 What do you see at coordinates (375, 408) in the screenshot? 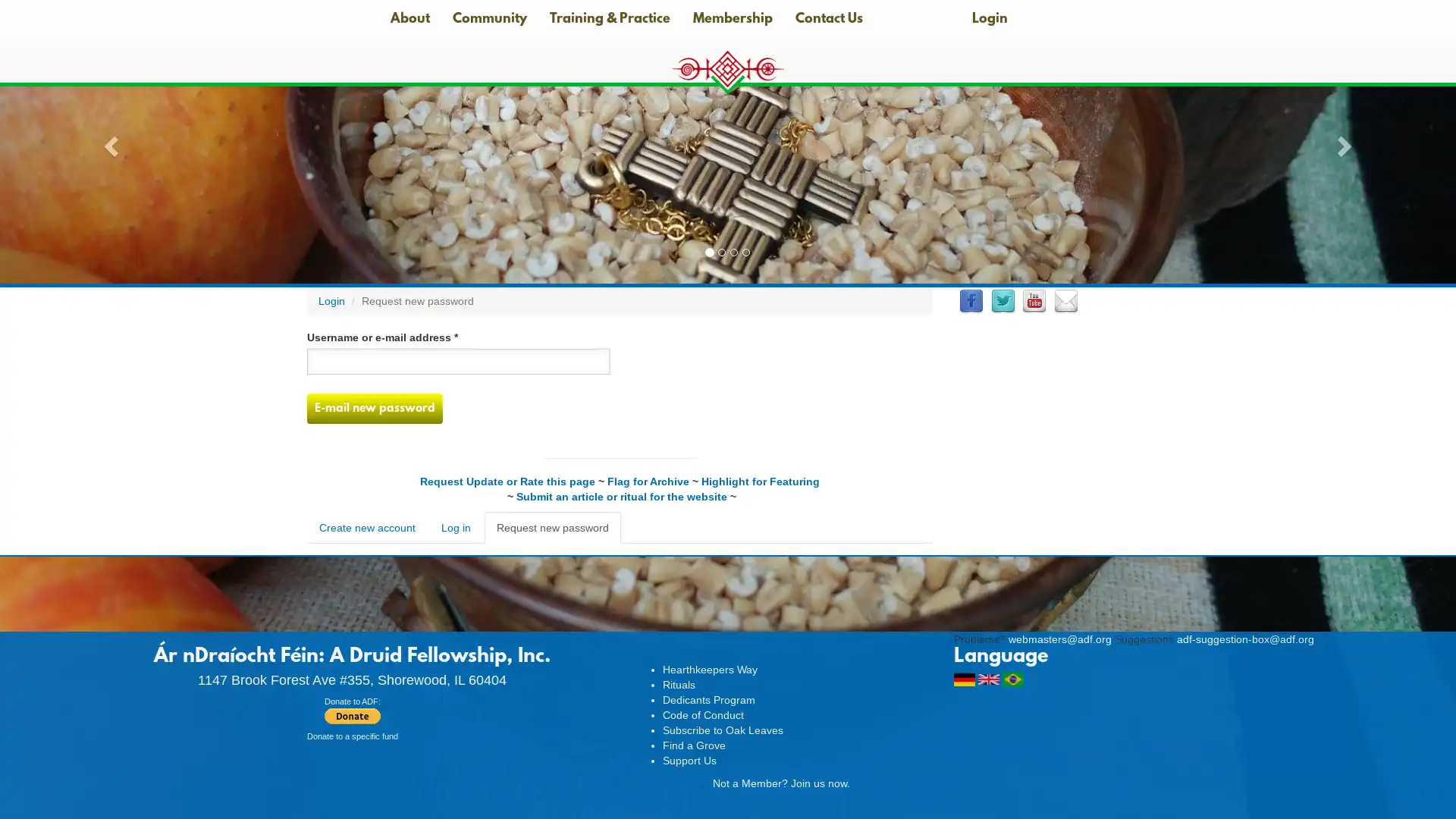
I see `E-mail new password` at bounding box center [375, 408].